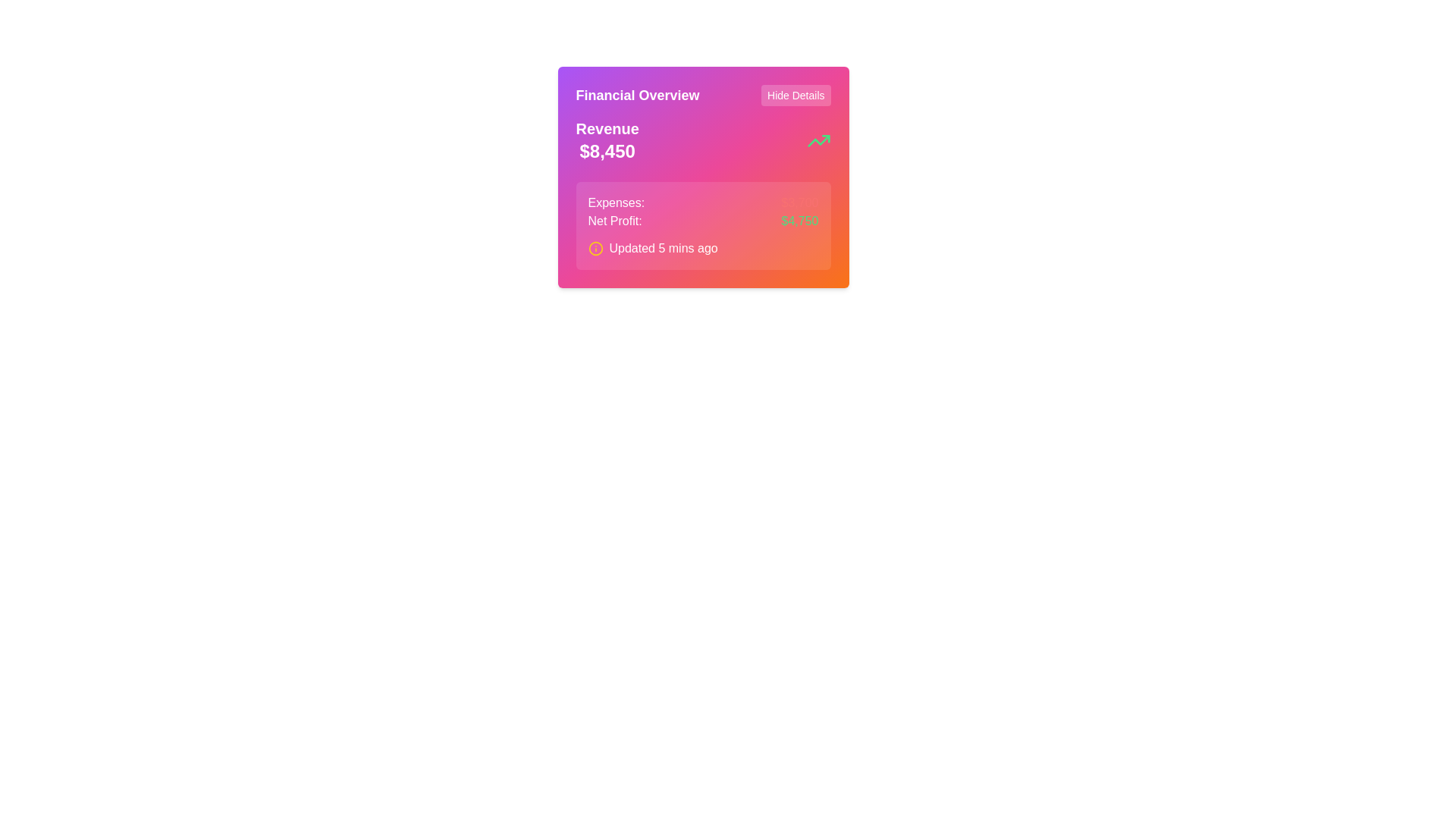  Describe the element at coordinates (616, 202) in the screenshot. I see `the text label that displays 'Expenses:' styled in white on a gradient pink background, positioned to the left of the monetary value element` at that location.